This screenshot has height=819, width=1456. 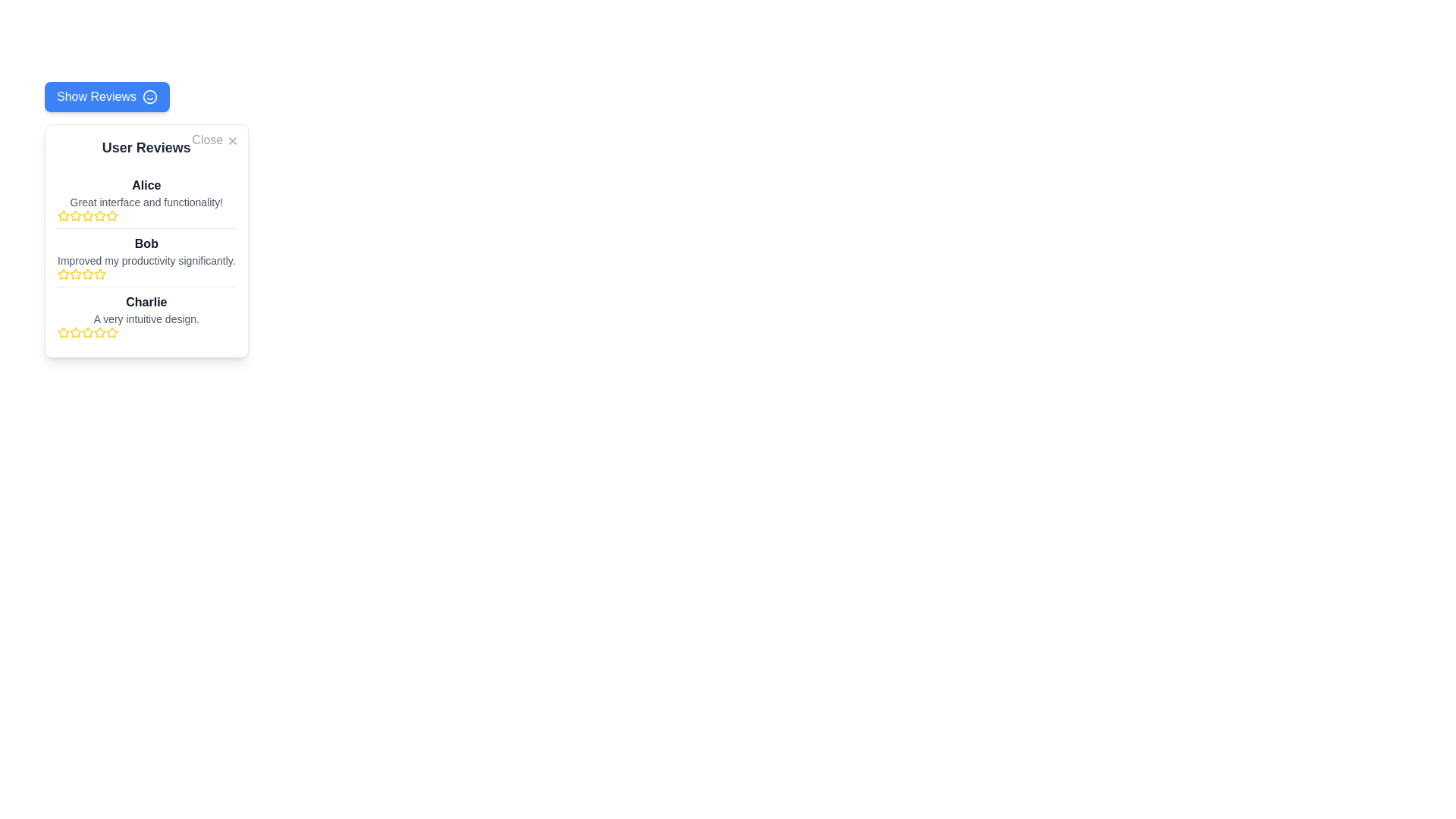 I want to click on the first star in the rating component of Alice's review, so click(x=62, y=216).